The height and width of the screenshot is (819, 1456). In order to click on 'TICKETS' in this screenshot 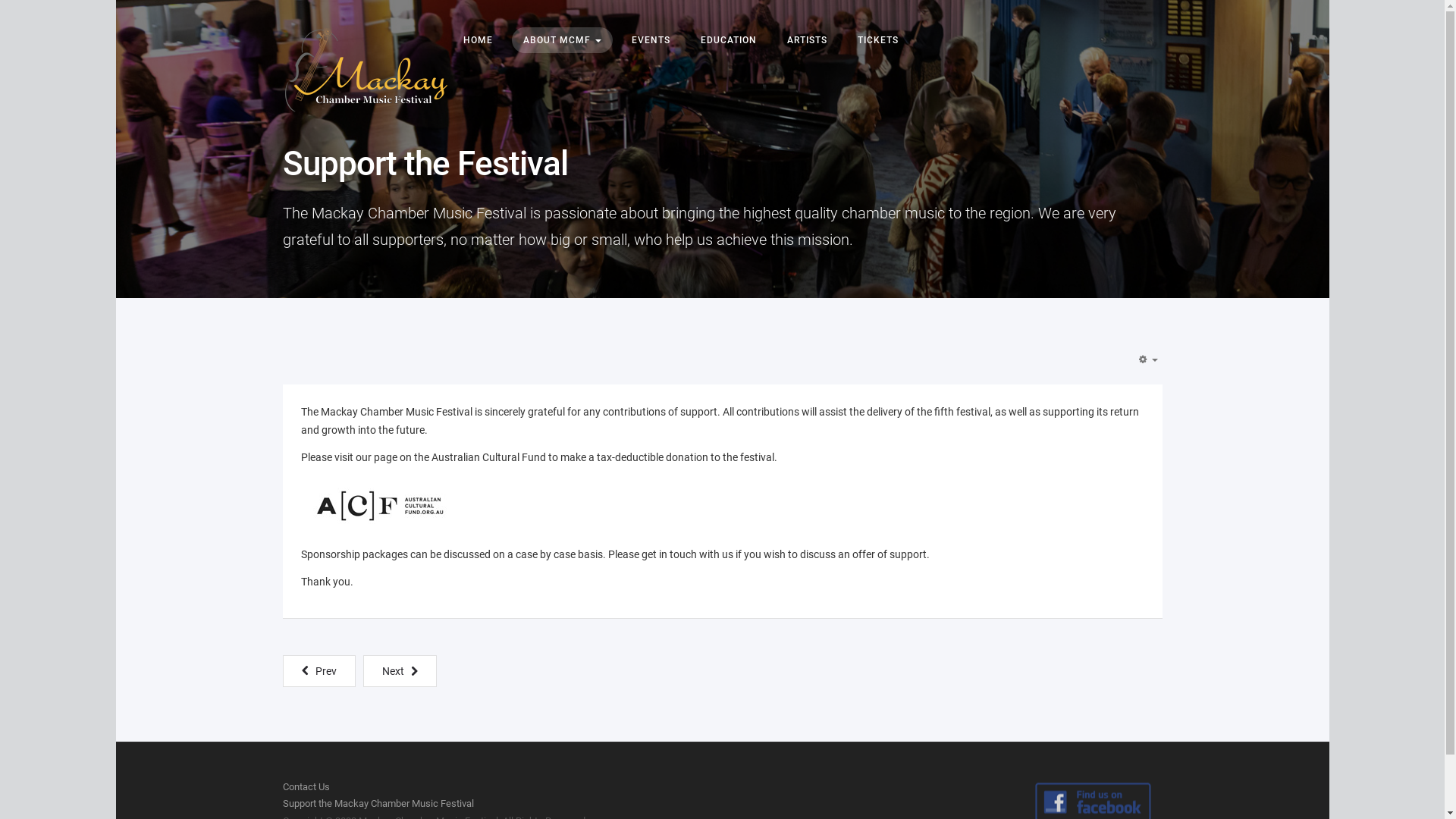, I will do `click(877, 39)`.